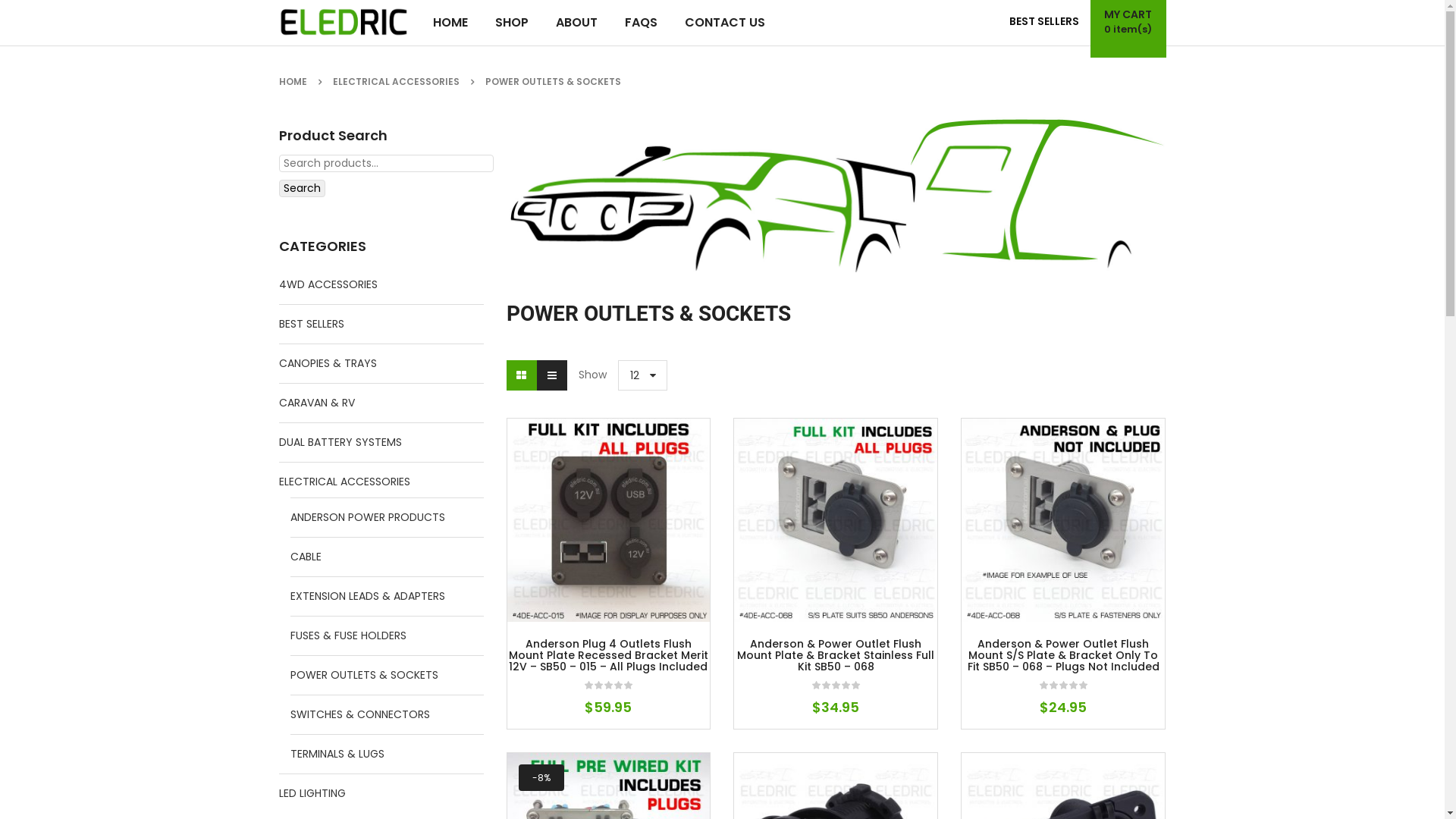 The height and width of the screenshot is (819, 1456). I want to click on 'ABOUT', so click(575, 23).